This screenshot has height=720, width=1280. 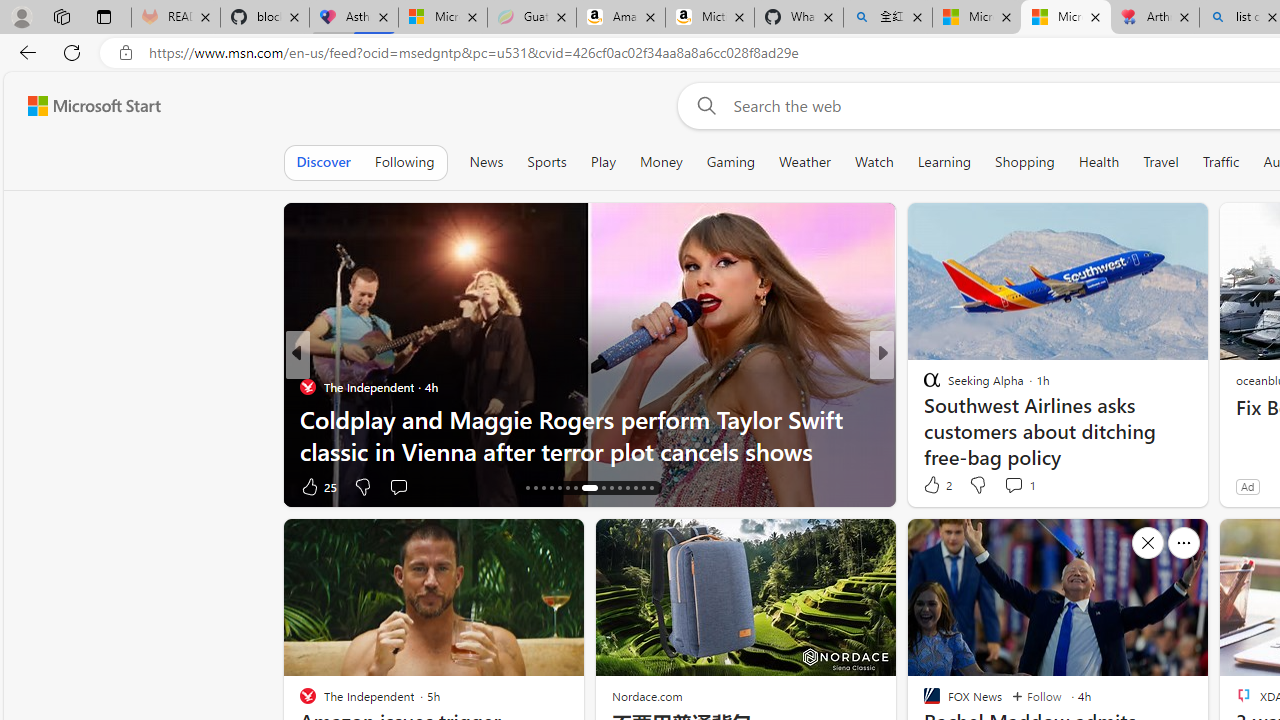 I want to click on 'AutomationID: tab-20', so click(x=560, y=488).